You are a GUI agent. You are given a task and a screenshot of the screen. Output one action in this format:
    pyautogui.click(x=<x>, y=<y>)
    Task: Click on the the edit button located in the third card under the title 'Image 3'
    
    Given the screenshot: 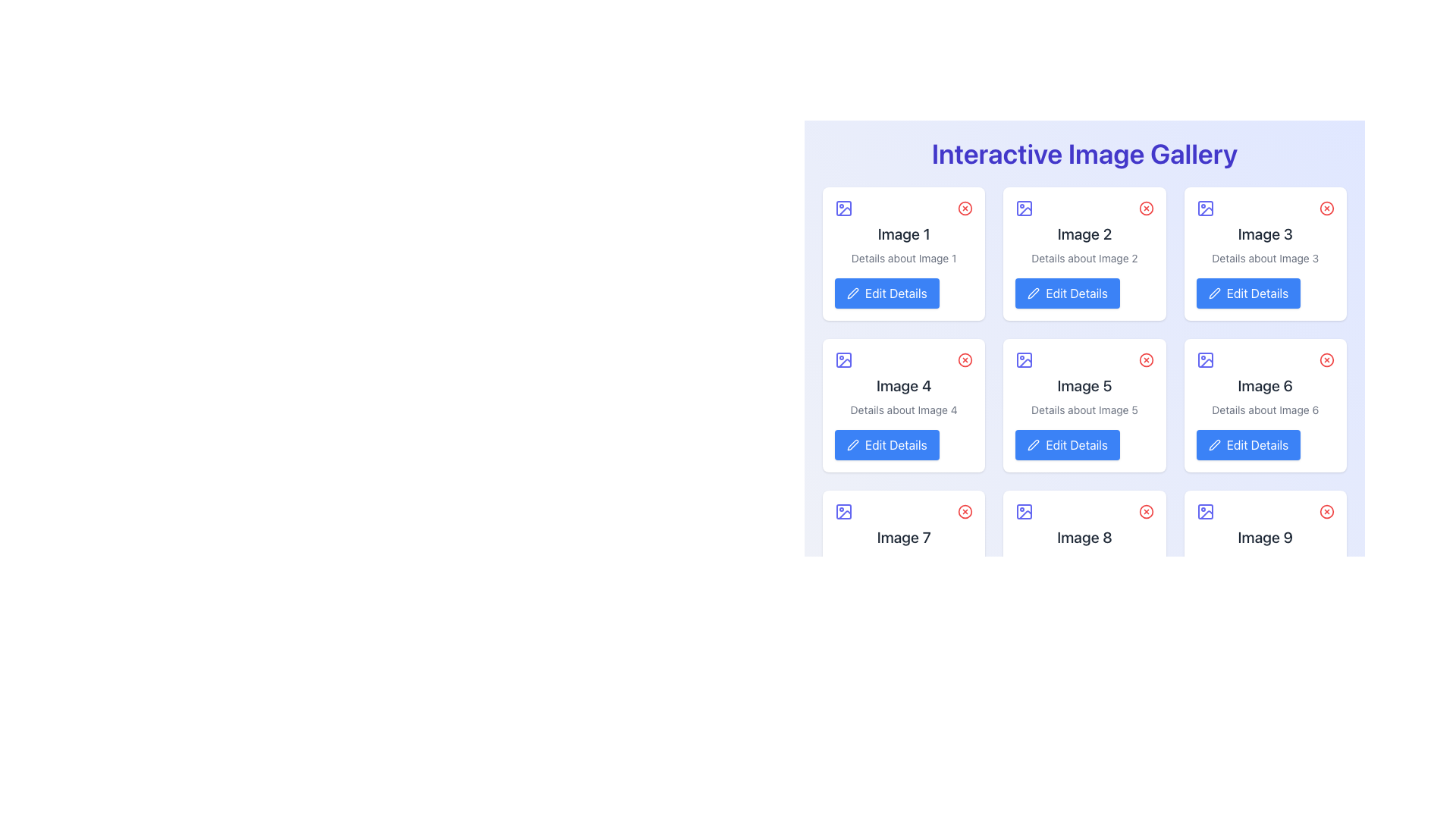 What is the action you would take?
    pyautogui.click(x=1248, y=293)
    